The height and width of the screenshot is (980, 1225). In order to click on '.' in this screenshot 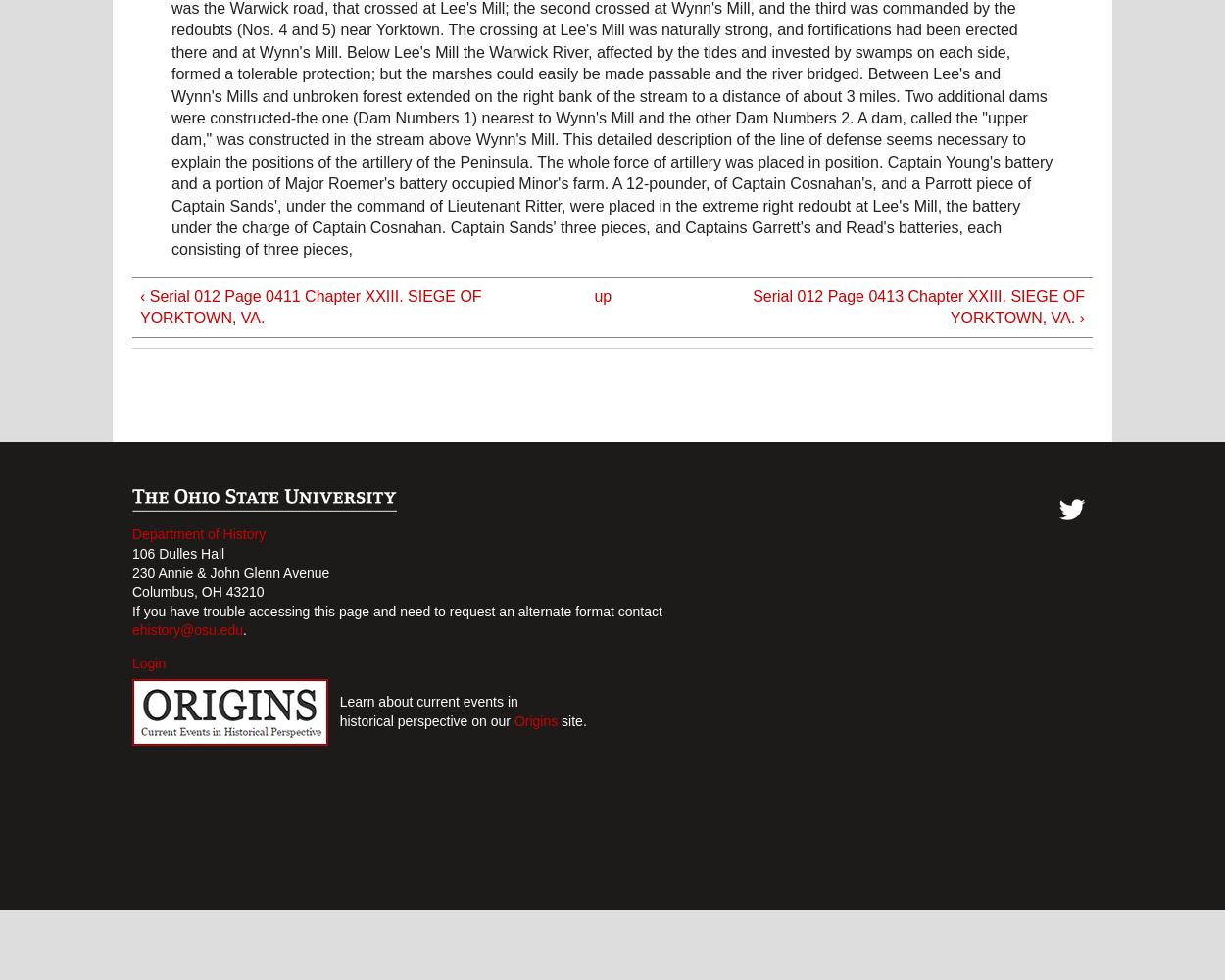, I will do `click(243, 630)`.